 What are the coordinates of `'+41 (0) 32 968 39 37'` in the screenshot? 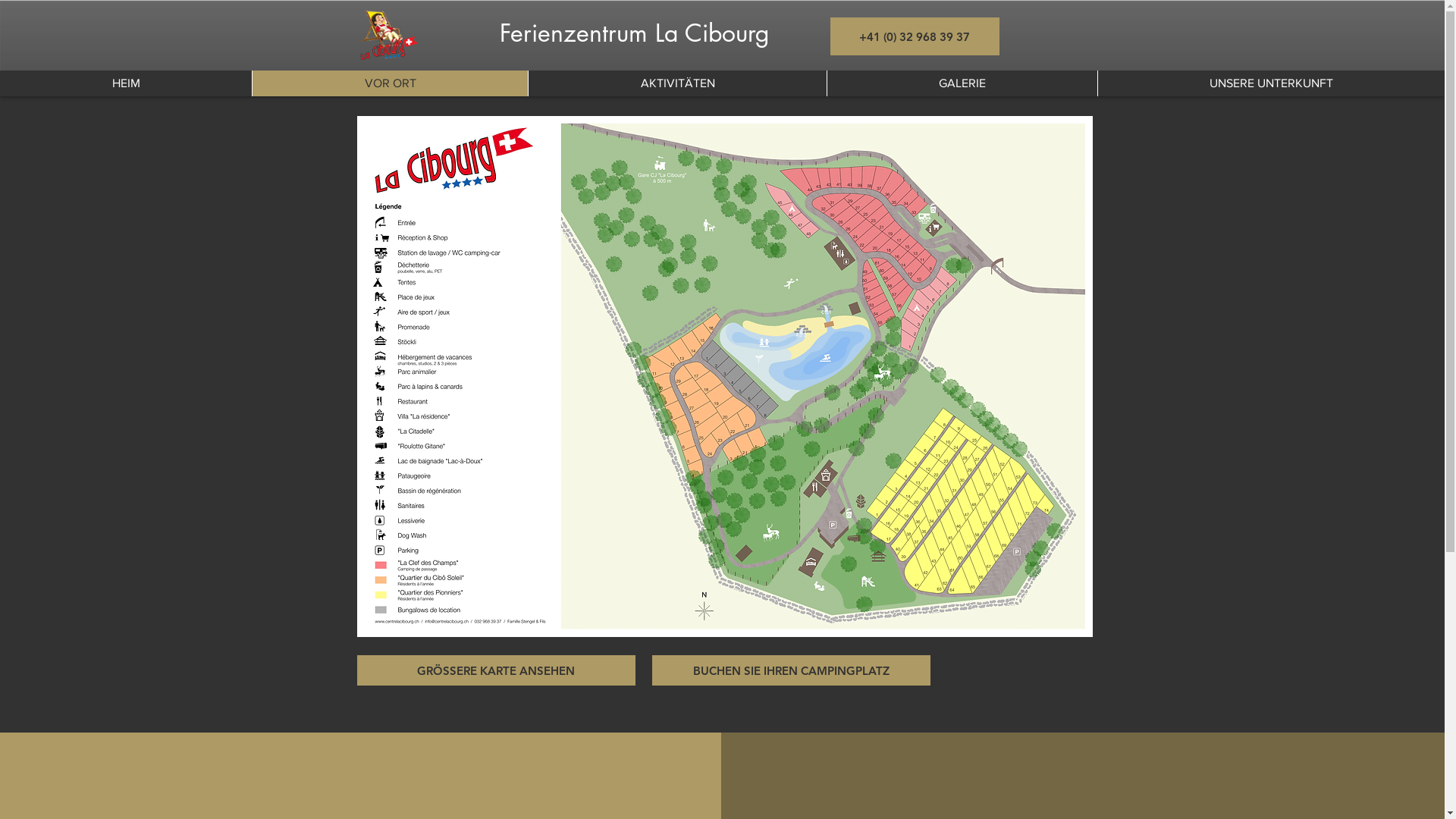 It's located at (913, 35).